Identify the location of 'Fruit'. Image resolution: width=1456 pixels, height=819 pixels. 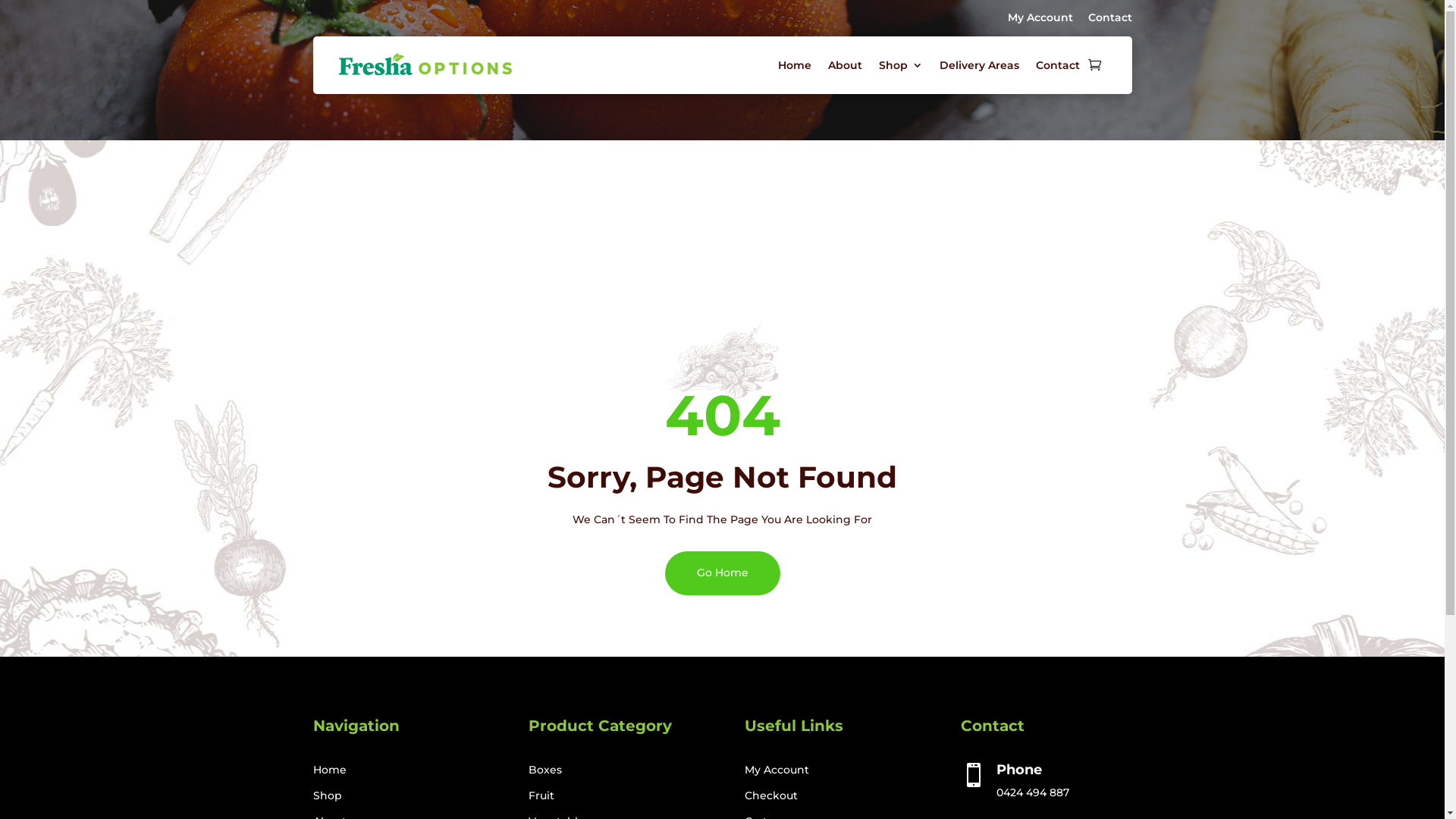
(528, 795).